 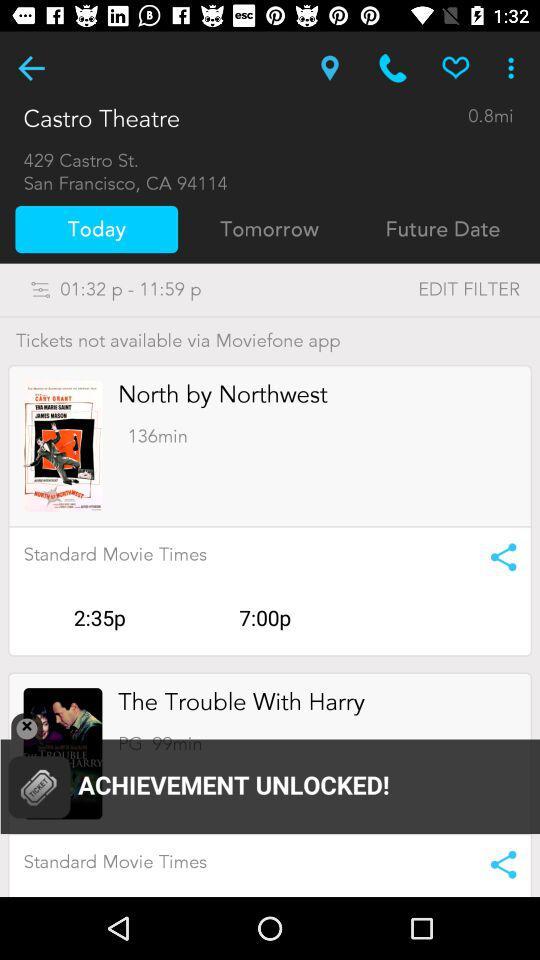 I want to click on achievement box, so click(x=270, y=775).